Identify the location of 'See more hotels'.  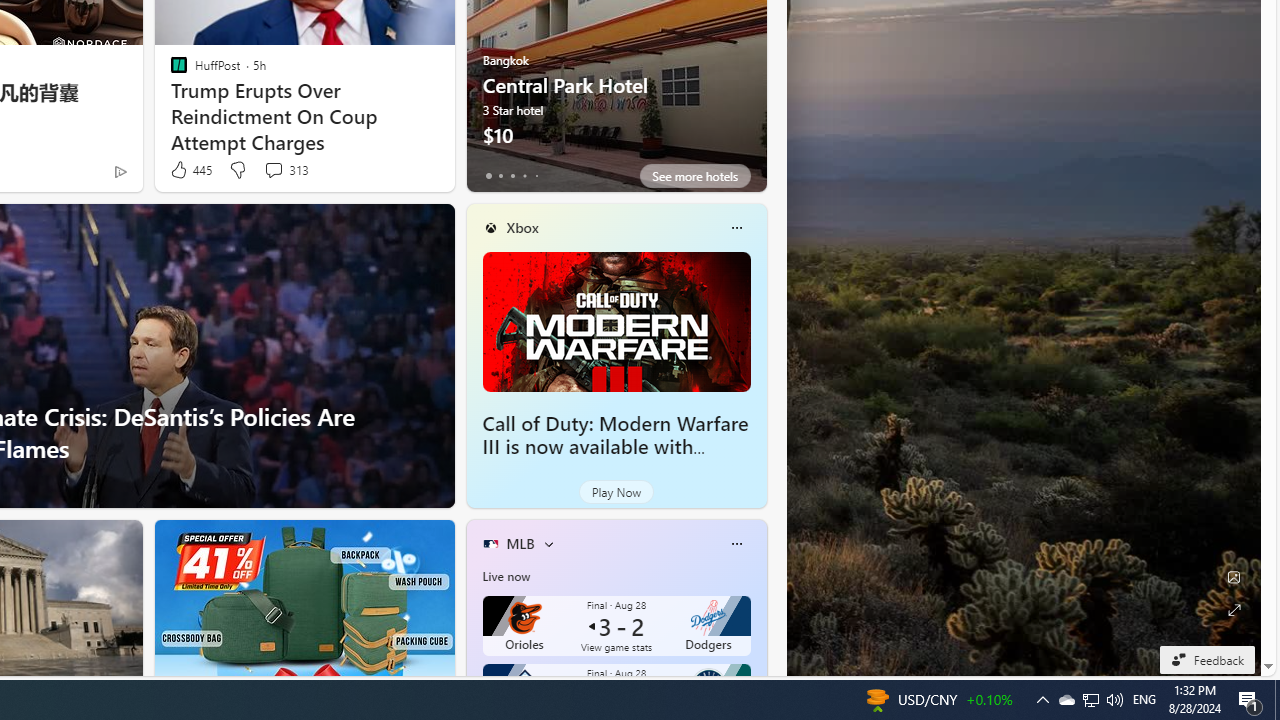
(695, 175).